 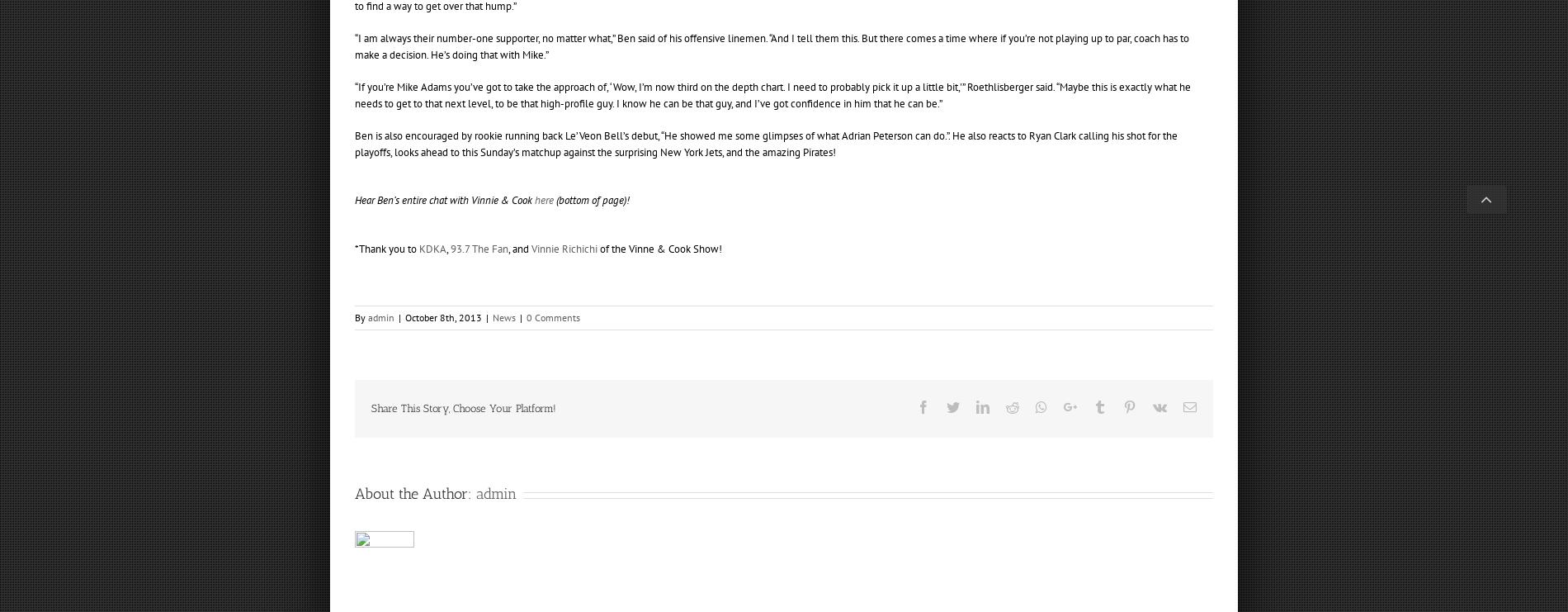 I want to click on '*Thank you to', so click(x=385, y=247).